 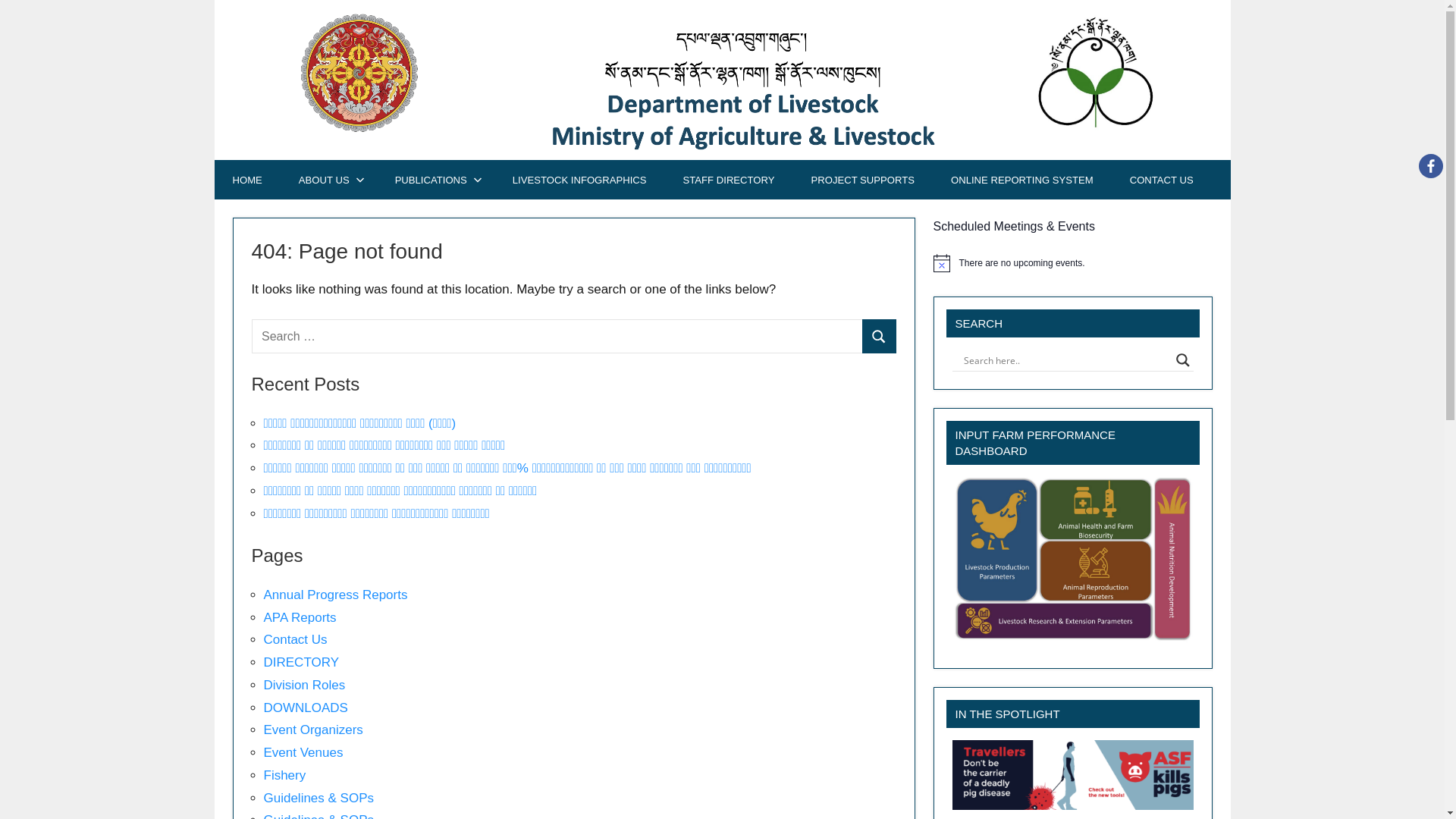 I want to click on 'In the Spotlight', so click(x=1072, y=775).